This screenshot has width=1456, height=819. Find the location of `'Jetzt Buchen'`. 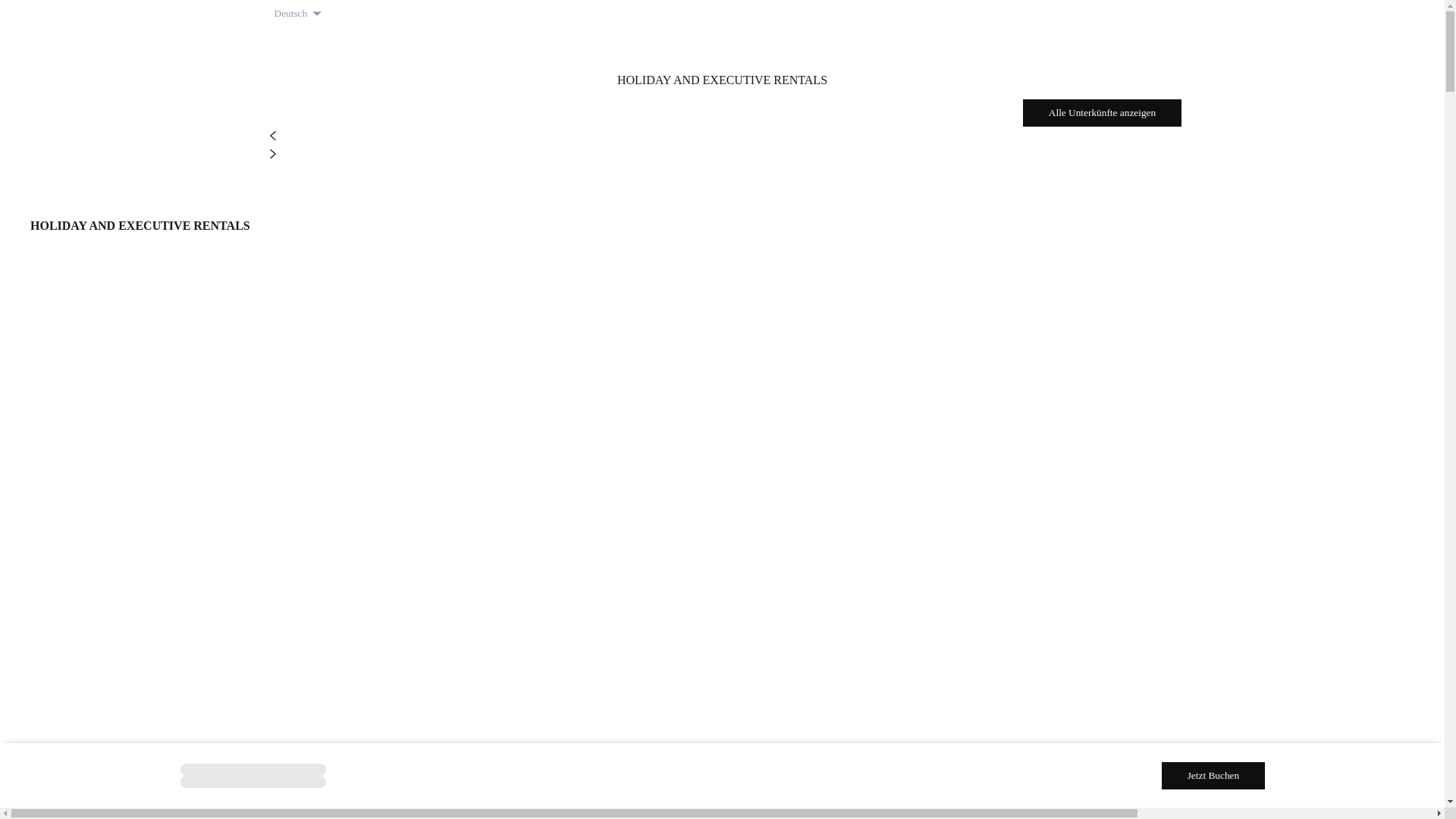

'Jetzt Buchen' is located at coordinates (1160, 775).